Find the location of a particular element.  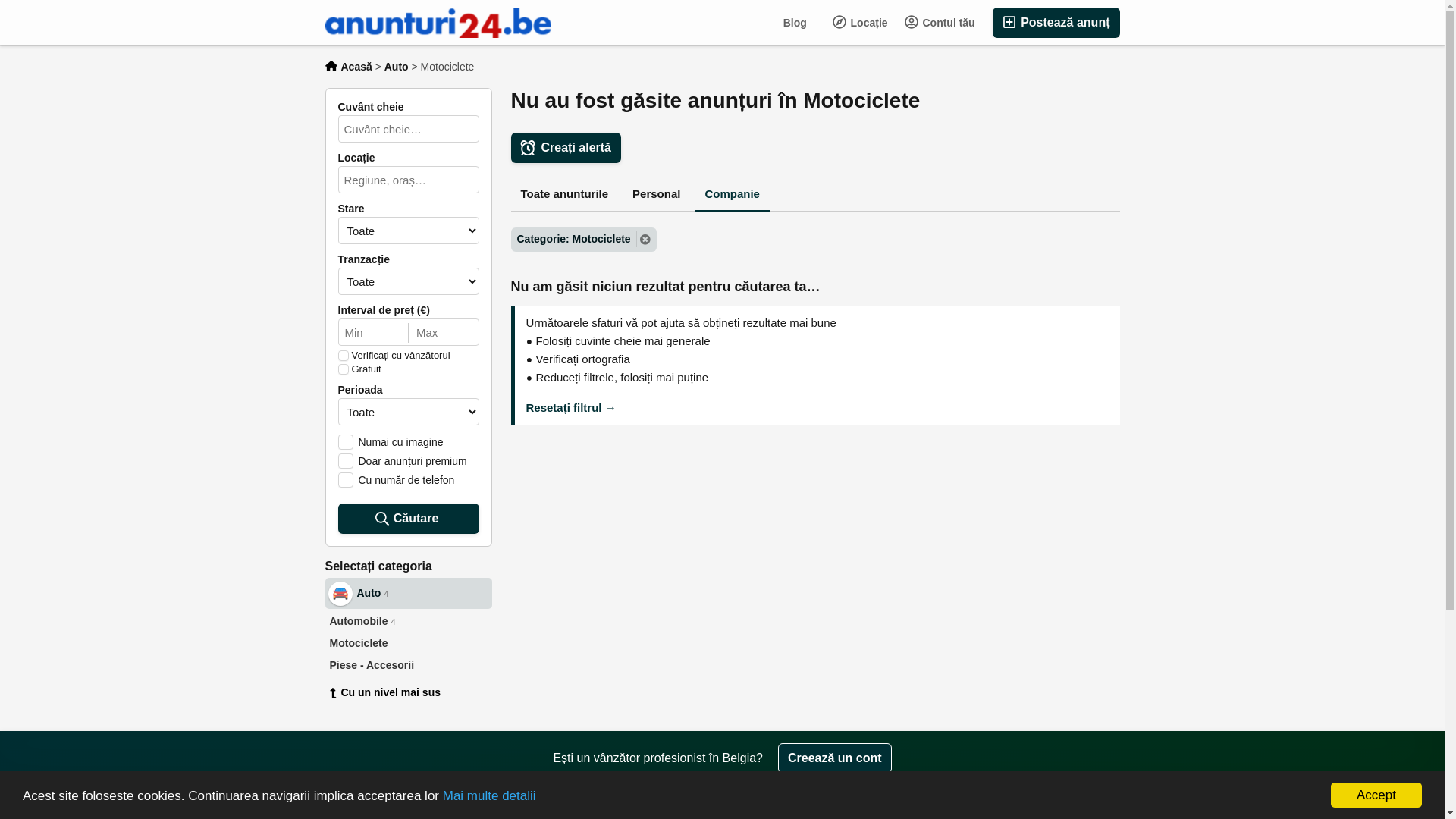

'Automobile is located at coordinates (407, 621).